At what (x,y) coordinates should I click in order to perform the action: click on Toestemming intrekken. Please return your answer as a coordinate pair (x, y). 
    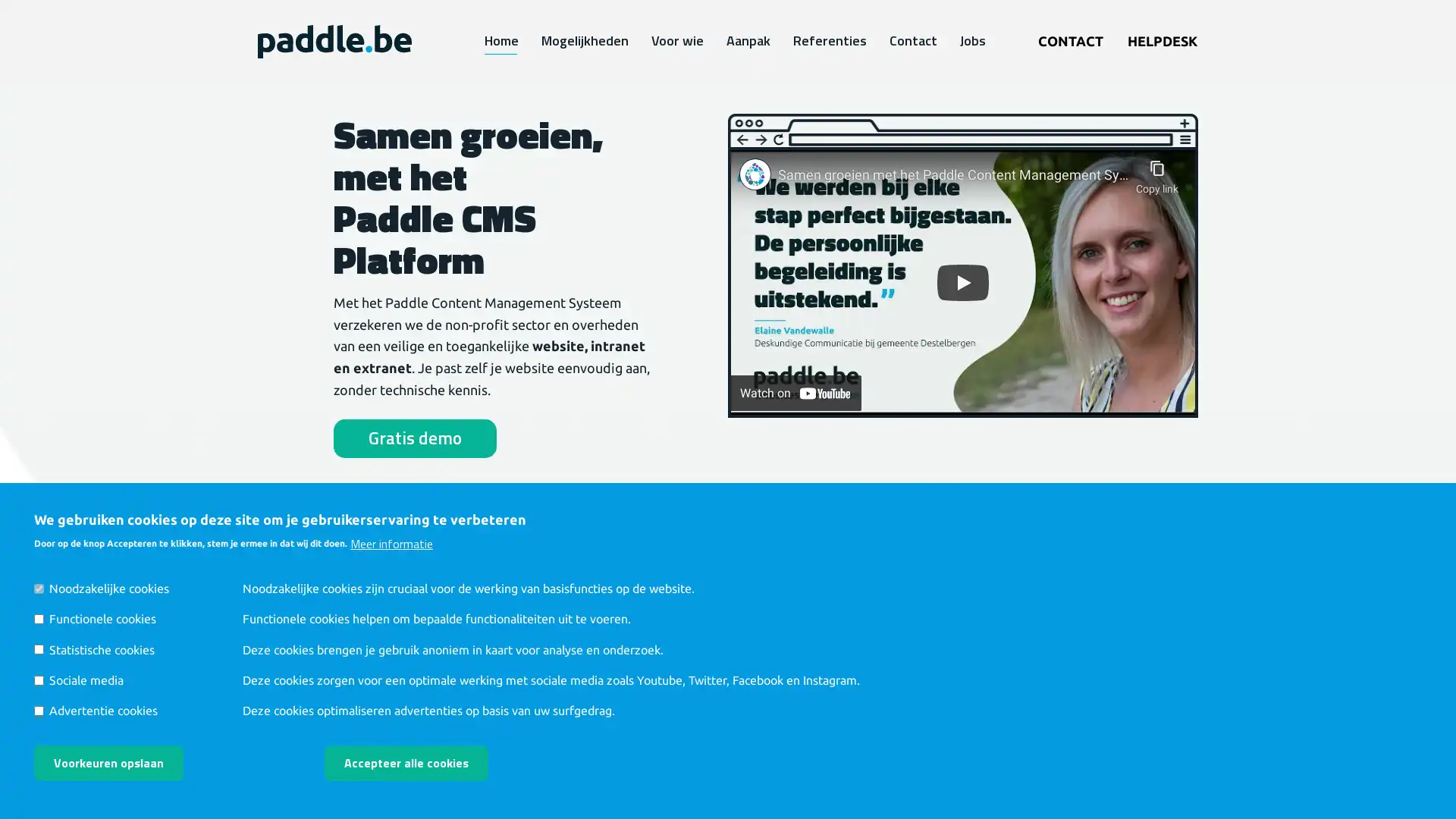
    Looking at the image, I should click on (549, 752).